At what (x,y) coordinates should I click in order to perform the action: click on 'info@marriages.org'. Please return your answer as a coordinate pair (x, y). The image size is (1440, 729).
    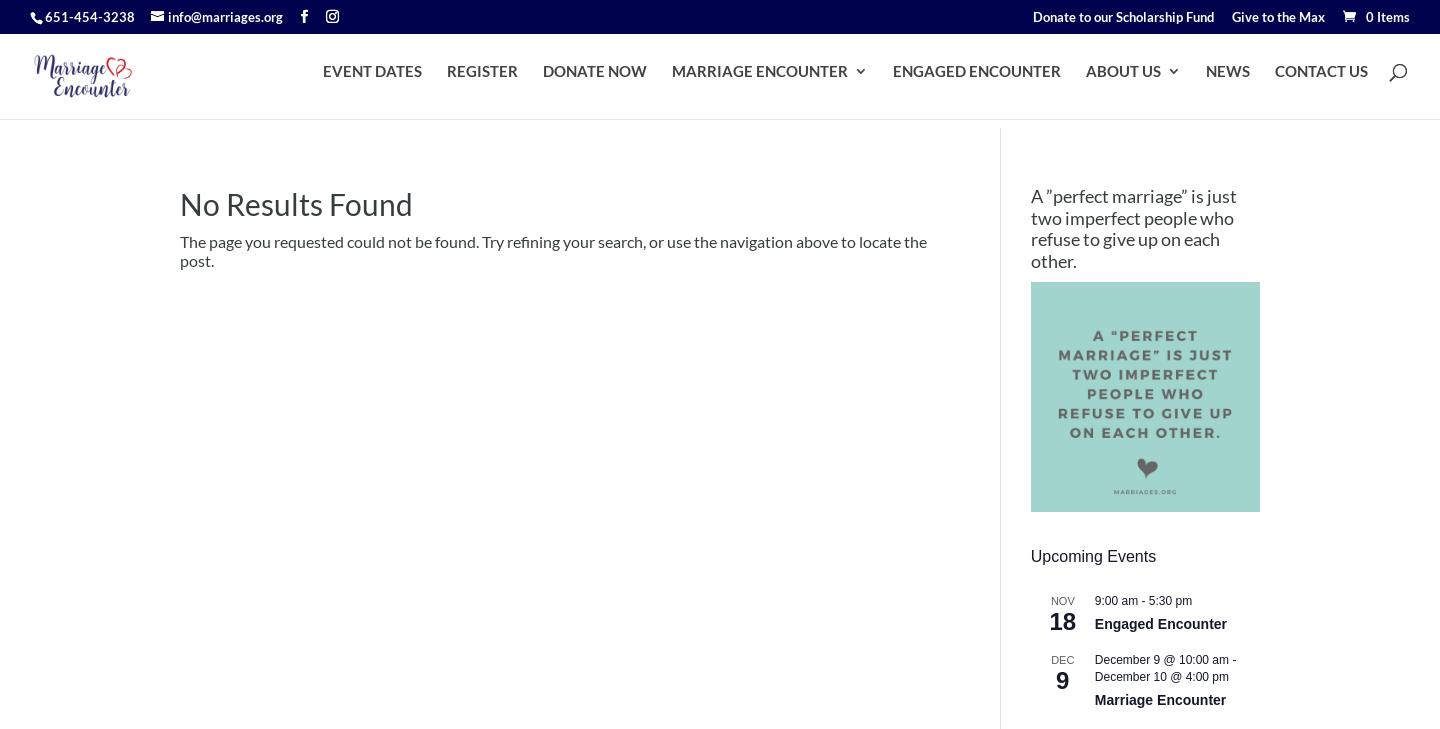
    Looking at the image, I should click on (167, 14).